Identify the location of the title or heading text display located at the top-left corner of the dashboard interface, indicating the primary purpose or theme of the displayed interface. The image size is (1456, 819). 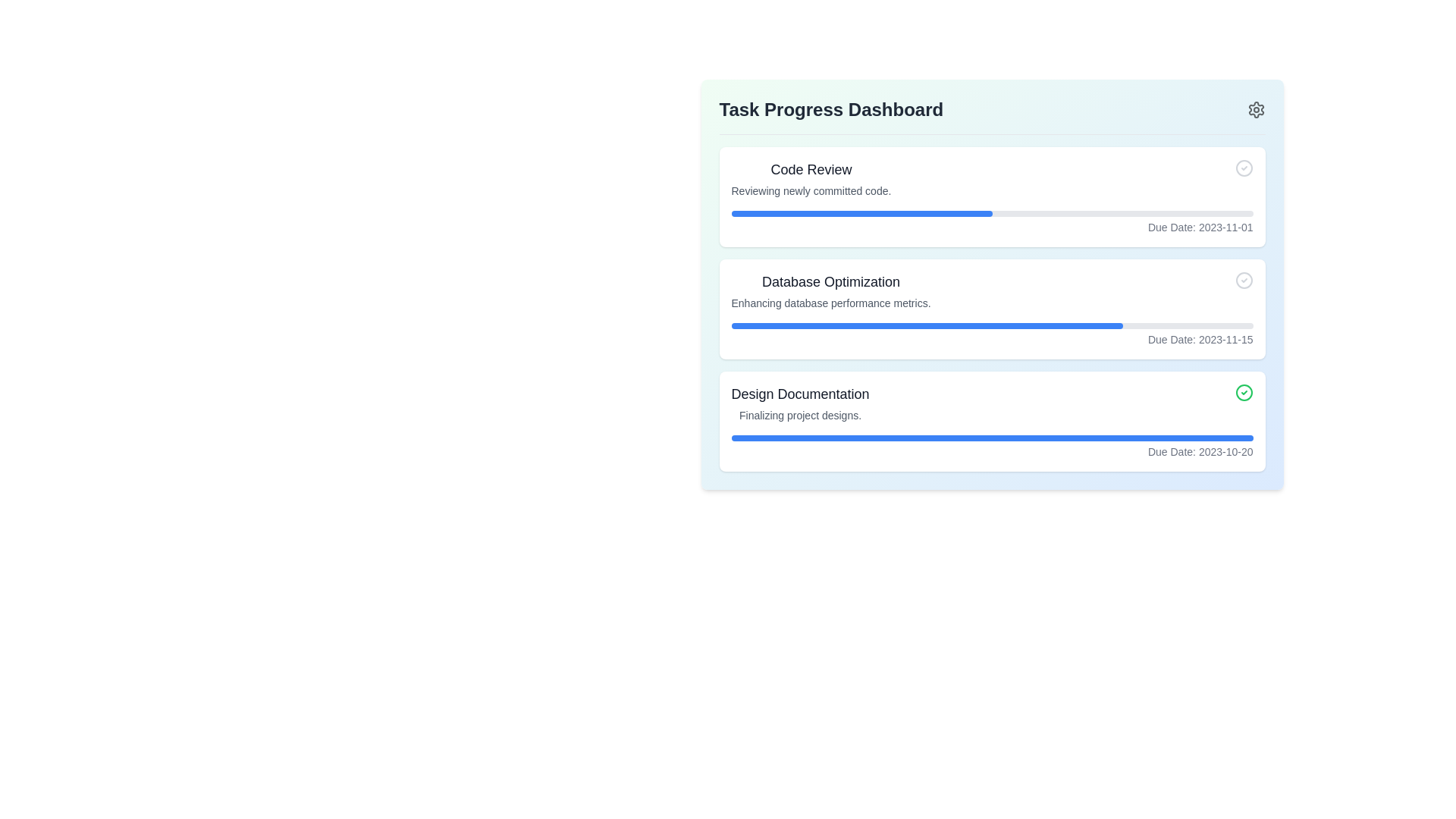
(830, 109).